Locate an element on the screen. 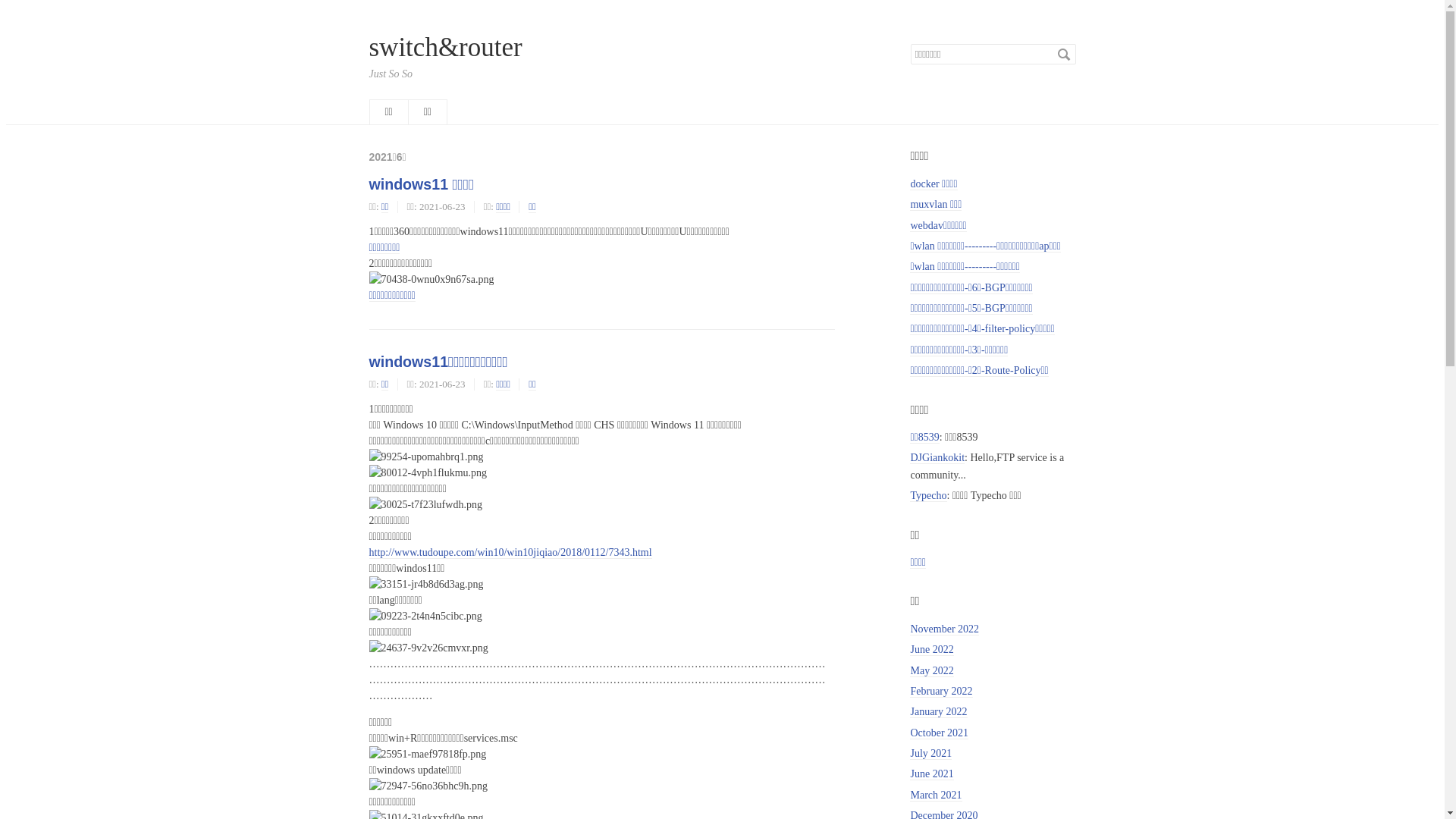  'October 2021' is located at coordinates (910, 733).